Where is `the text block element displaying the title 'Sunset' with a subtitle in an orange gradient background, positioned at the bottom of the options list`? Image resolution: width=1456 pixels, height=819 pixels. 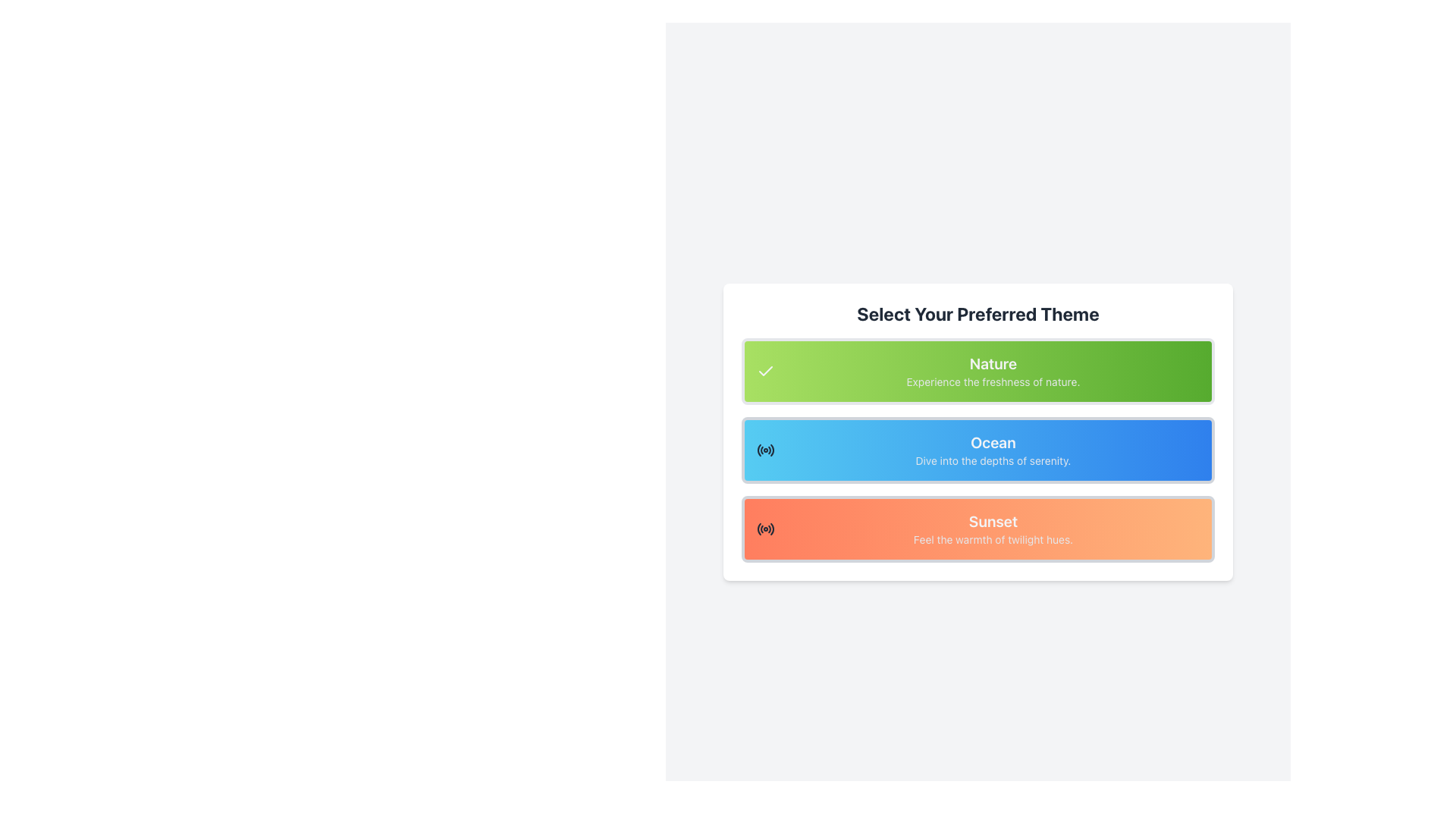 the text block element displaying the title 'Sunset' with a subtitle in an orange gradient background, positioned at the bottom of the options list is located at coordinates (993, 529).